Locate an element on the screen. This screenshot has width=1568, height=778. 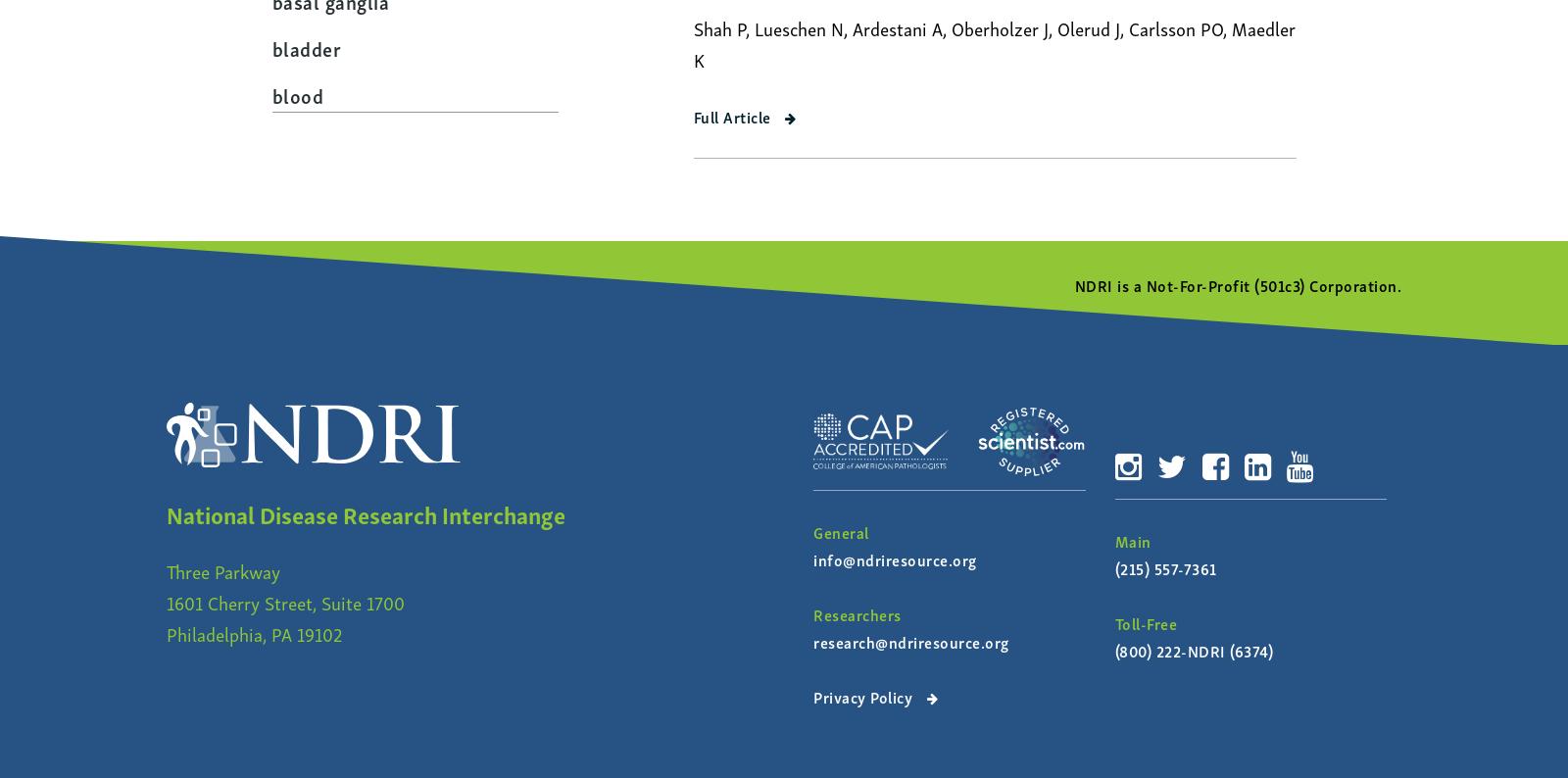
'(215) 557-7361' is located at coordinates (1164, 565).